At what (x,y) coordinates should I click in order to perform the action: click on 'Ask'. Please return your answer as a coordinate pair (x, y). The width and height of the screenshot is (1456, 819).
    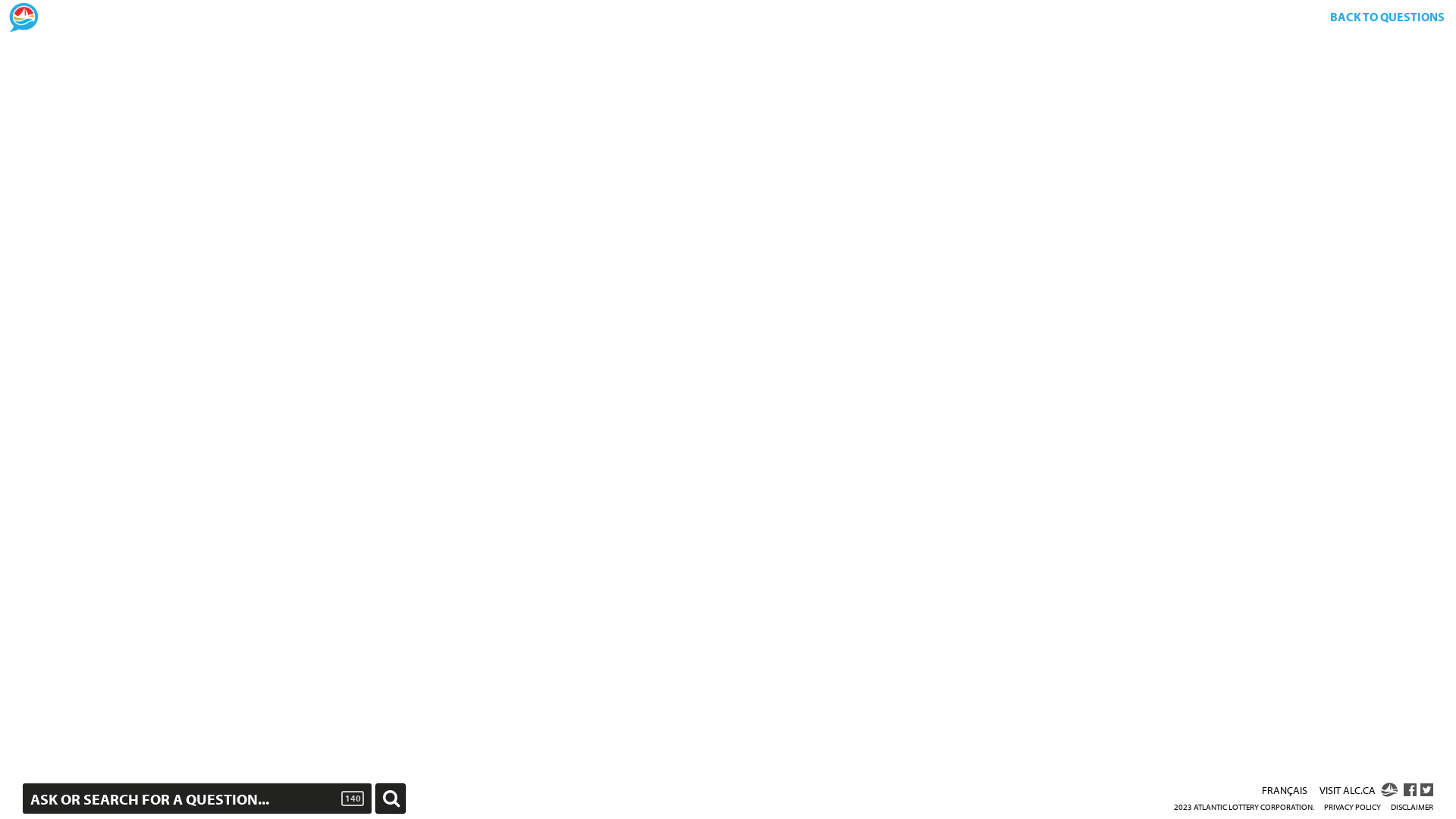
    Looking at the image, I should click on (390, 798).